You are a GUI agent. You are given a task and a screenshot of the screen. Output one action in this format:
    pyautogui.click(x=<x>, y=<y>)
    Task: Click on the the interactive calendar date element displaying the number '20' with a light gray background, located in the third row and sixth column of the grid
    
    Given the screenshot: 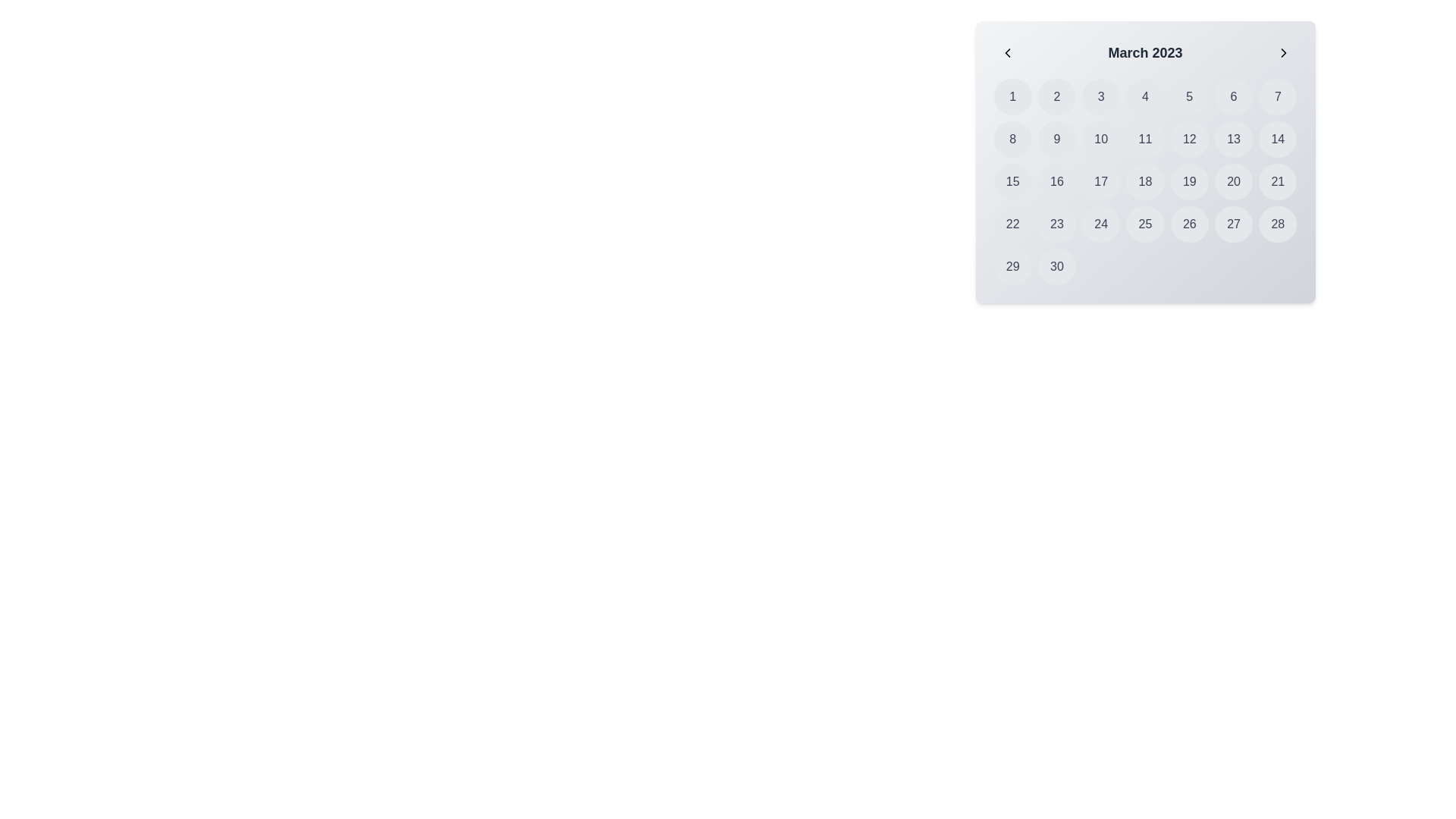 What is the action you would take?
    pyautogui.click(x=1234, y=180)
    